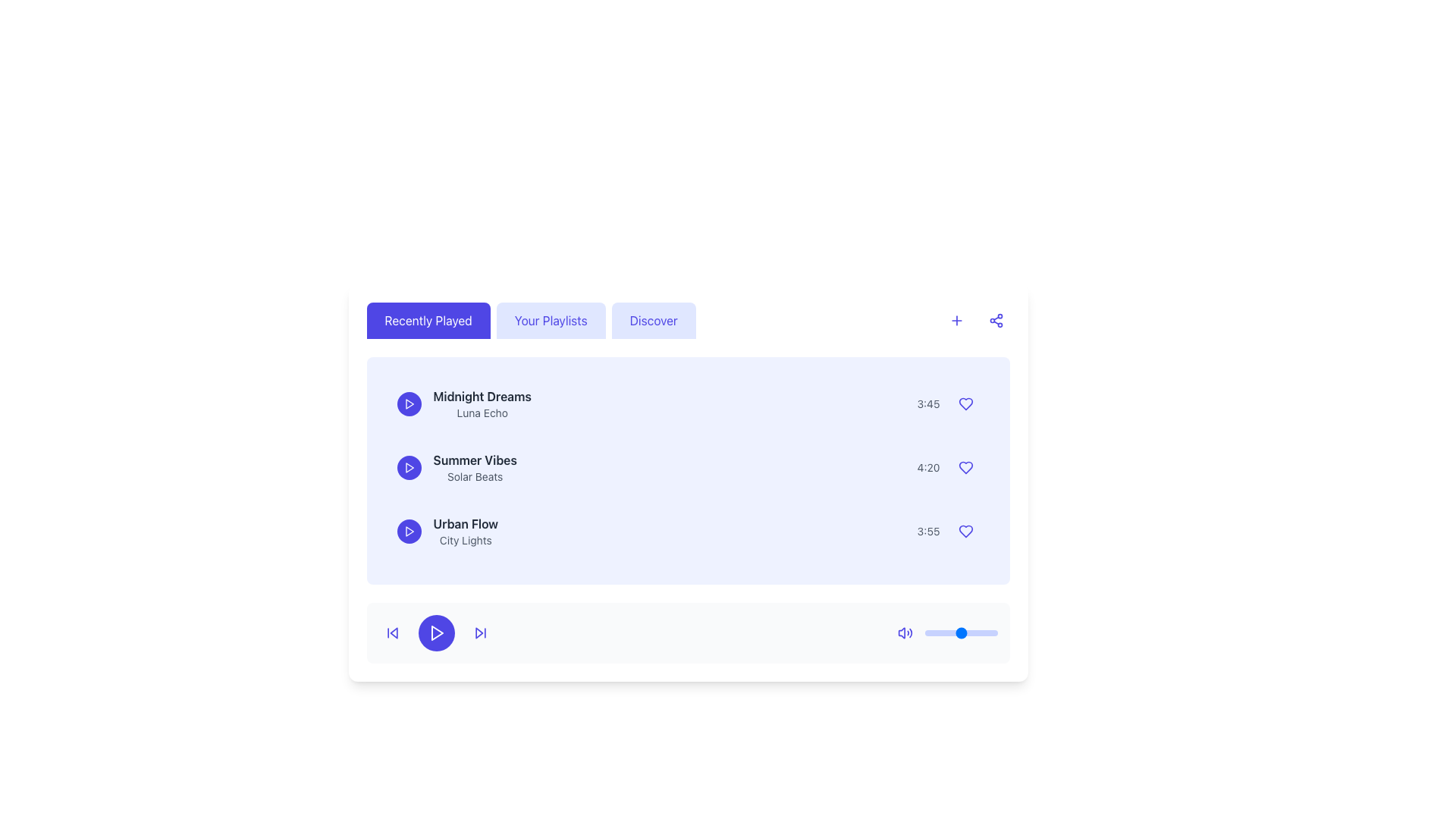 The height and width of the screenshot is (819, 1456). I want to click on the 'favorite' icon located beside the duration of the song 'Urban Flow' in the third row of the playlist interface, so click(965, 531).